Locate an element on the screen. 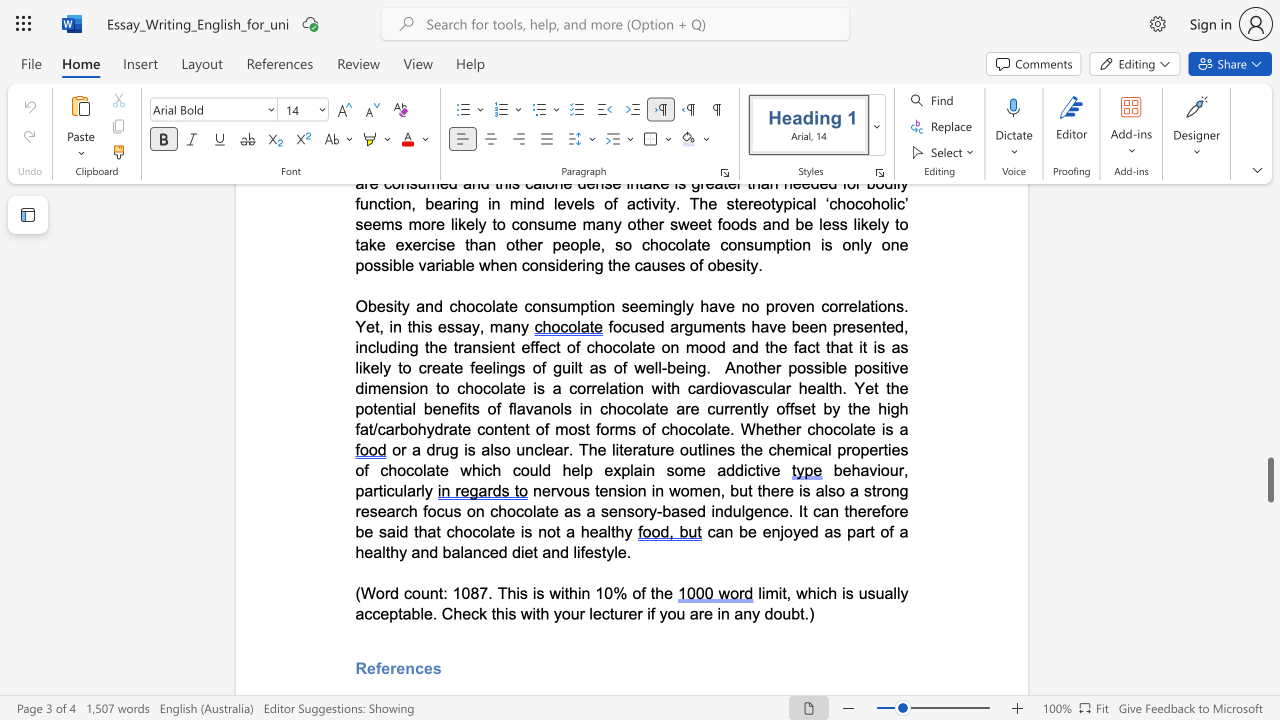  the scrollbar on the side is located at coordinates (1269, 328).